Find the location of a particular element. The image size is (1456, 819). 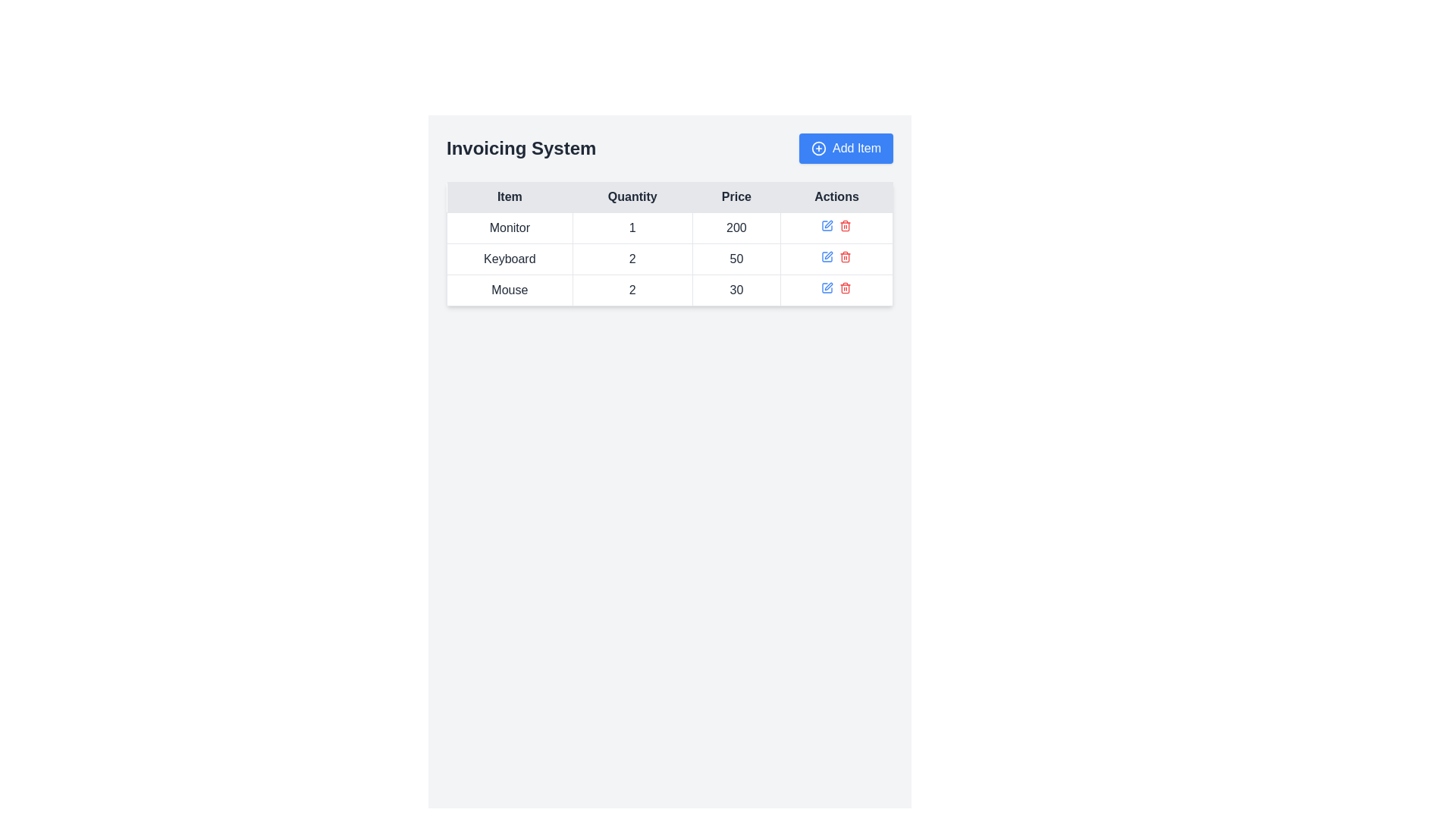

the label displaying the price for the 'Keyboard' item in the second row and third column of the table is located at coordinates (736, 259).